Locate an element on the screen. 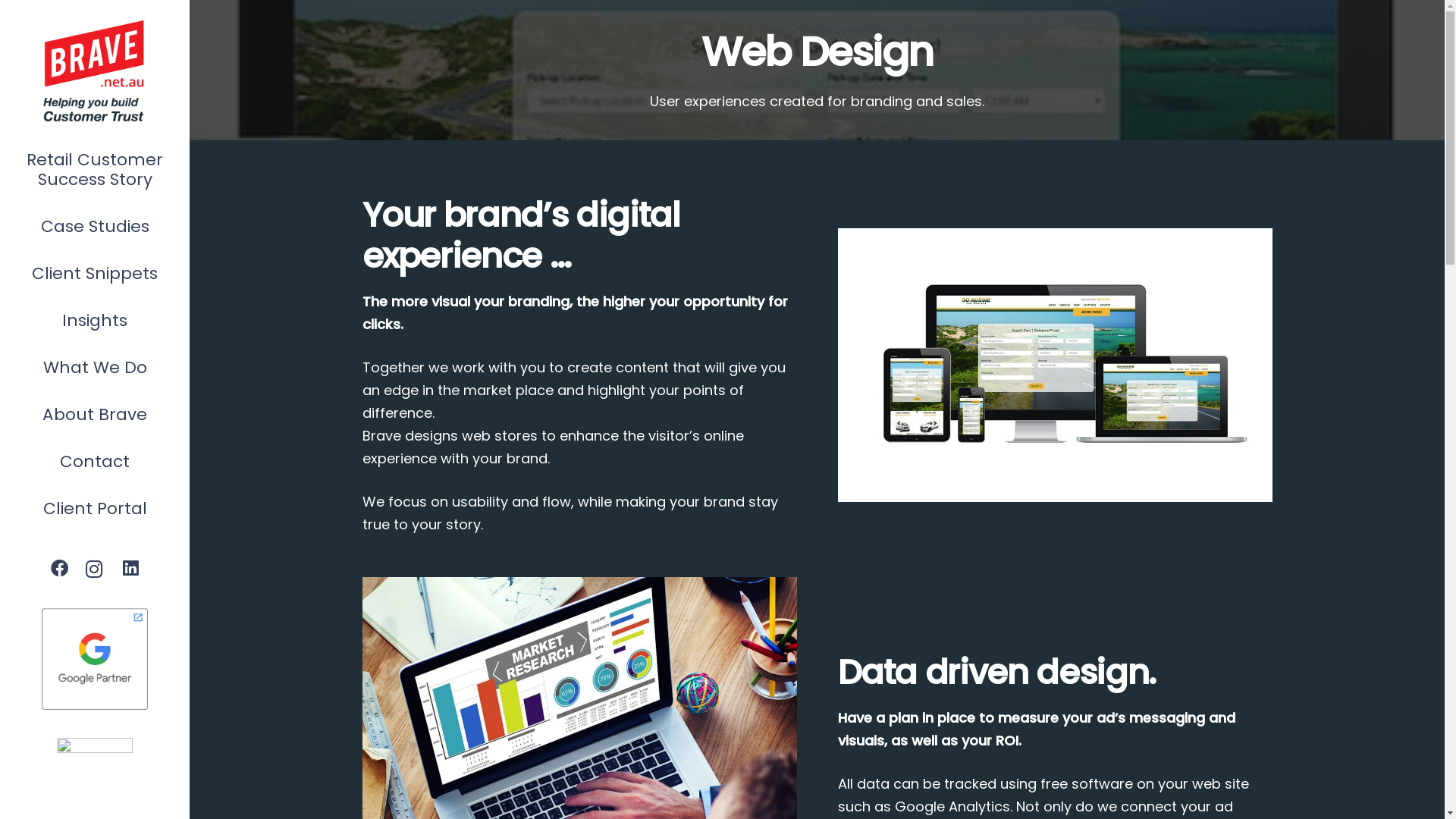  'Facebook' is located at coordinates (59, 569).